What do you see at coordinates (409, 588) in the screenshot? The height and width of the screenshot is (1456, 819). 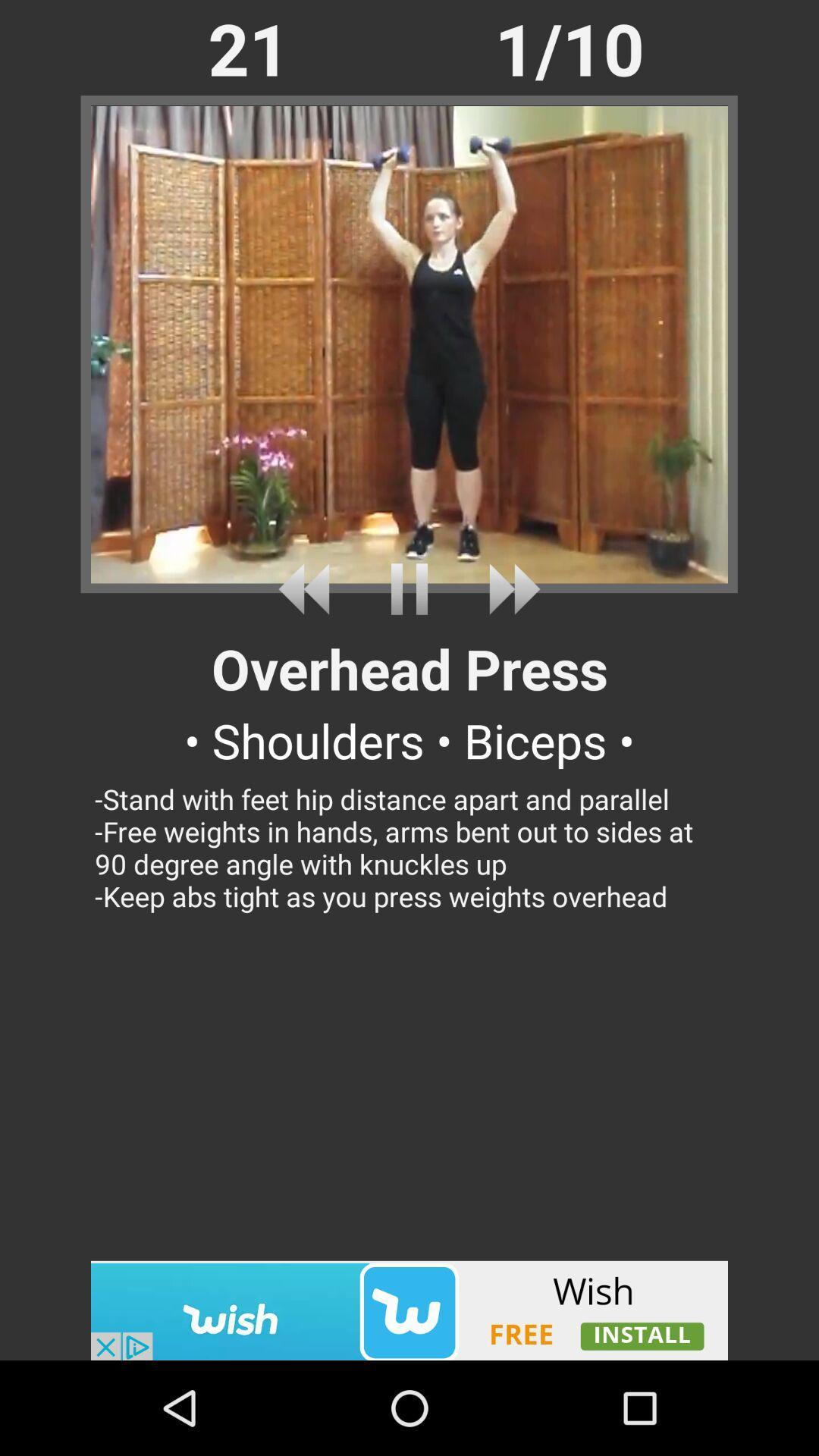 I see `stop option` at bounding box center [409, 588].